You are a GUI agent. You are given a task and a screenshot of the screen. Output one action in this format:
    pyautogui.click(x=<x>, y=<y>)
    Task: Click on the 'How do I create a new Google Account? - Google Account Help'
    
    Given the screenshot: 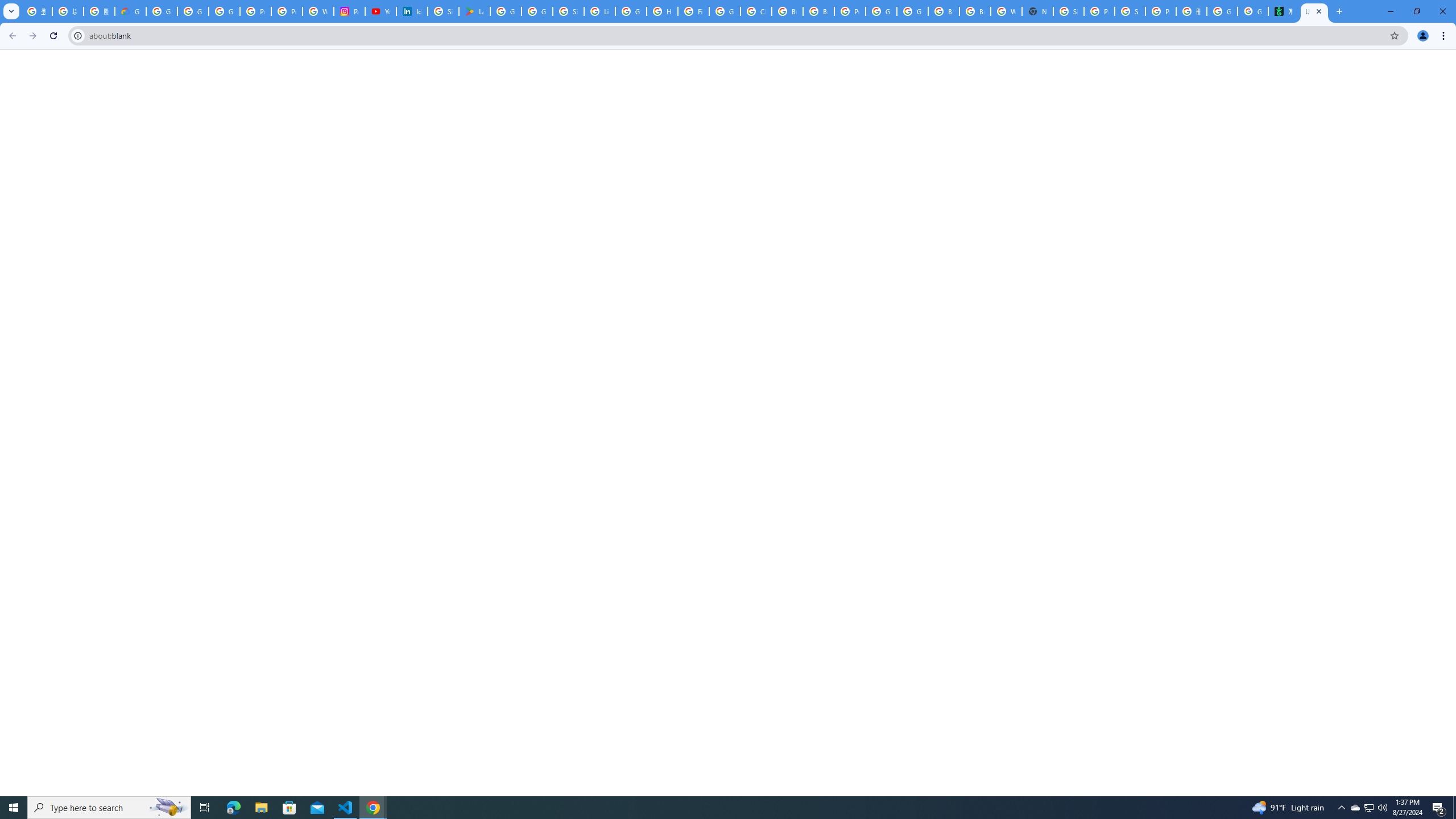 What is the action you would take?
    pyautogui.click(x=661, y=11)
    